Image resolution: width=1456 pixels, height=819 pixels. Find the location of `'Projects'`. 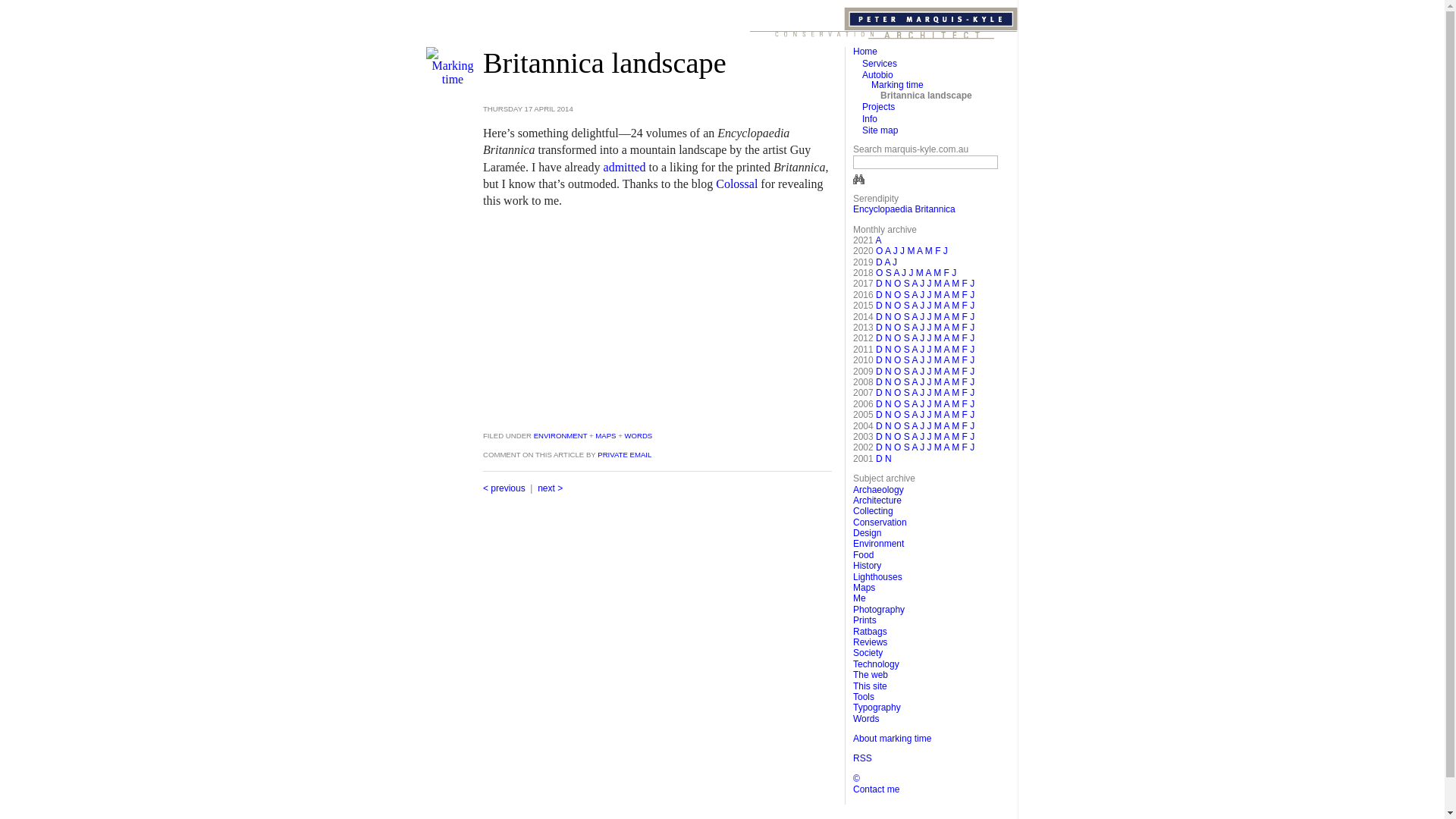

'Projects' is located at coordinates (878, 106).